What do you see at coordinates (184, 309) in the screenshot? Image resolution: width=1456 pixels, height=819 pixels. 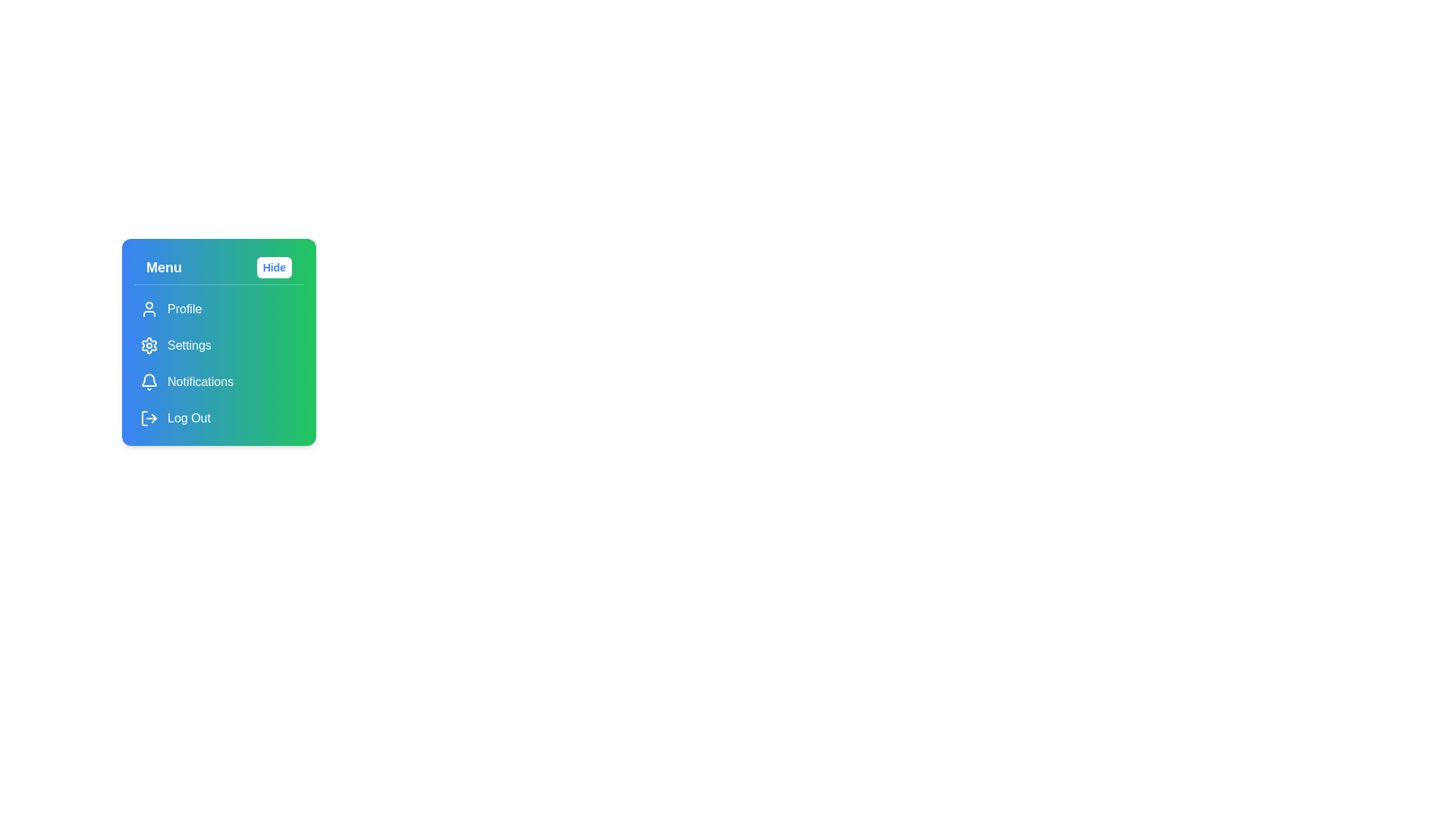 I see `the 'Profile' text label, which is styled with a simple font and positioned to the right of a user icon within a blue-green gradient menu box, as the first option beneath the 'Menu' header` at bounding box center [184, 309].